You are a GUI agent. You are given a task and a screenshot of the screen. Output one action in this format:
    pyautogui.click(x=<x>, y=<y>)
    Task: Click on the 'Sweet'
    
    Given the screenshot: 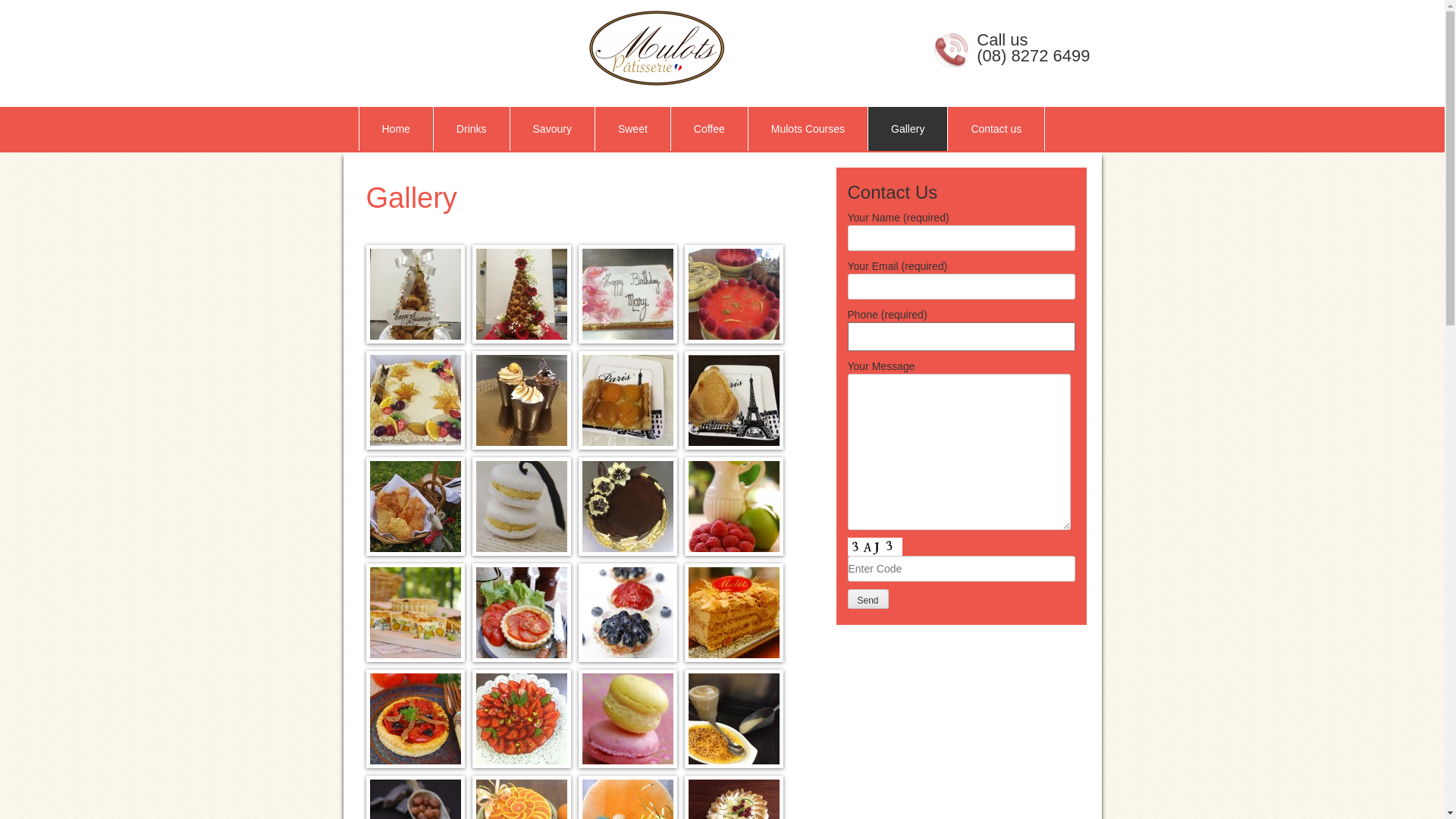 What is the action you would take?
    pyautogui.click(x=632, y=127)
    